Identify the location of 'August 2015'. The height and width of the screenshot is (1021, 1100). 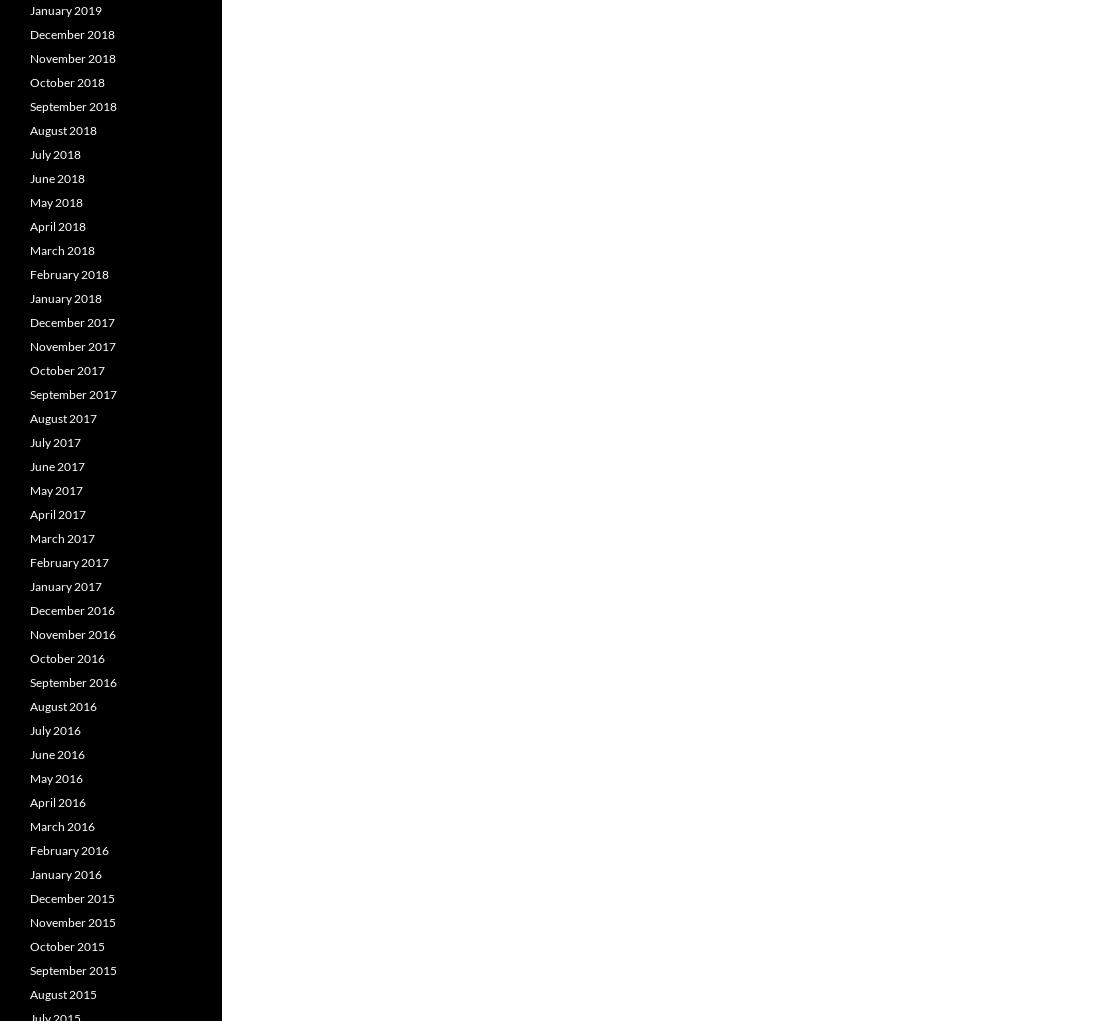
(62, 994).